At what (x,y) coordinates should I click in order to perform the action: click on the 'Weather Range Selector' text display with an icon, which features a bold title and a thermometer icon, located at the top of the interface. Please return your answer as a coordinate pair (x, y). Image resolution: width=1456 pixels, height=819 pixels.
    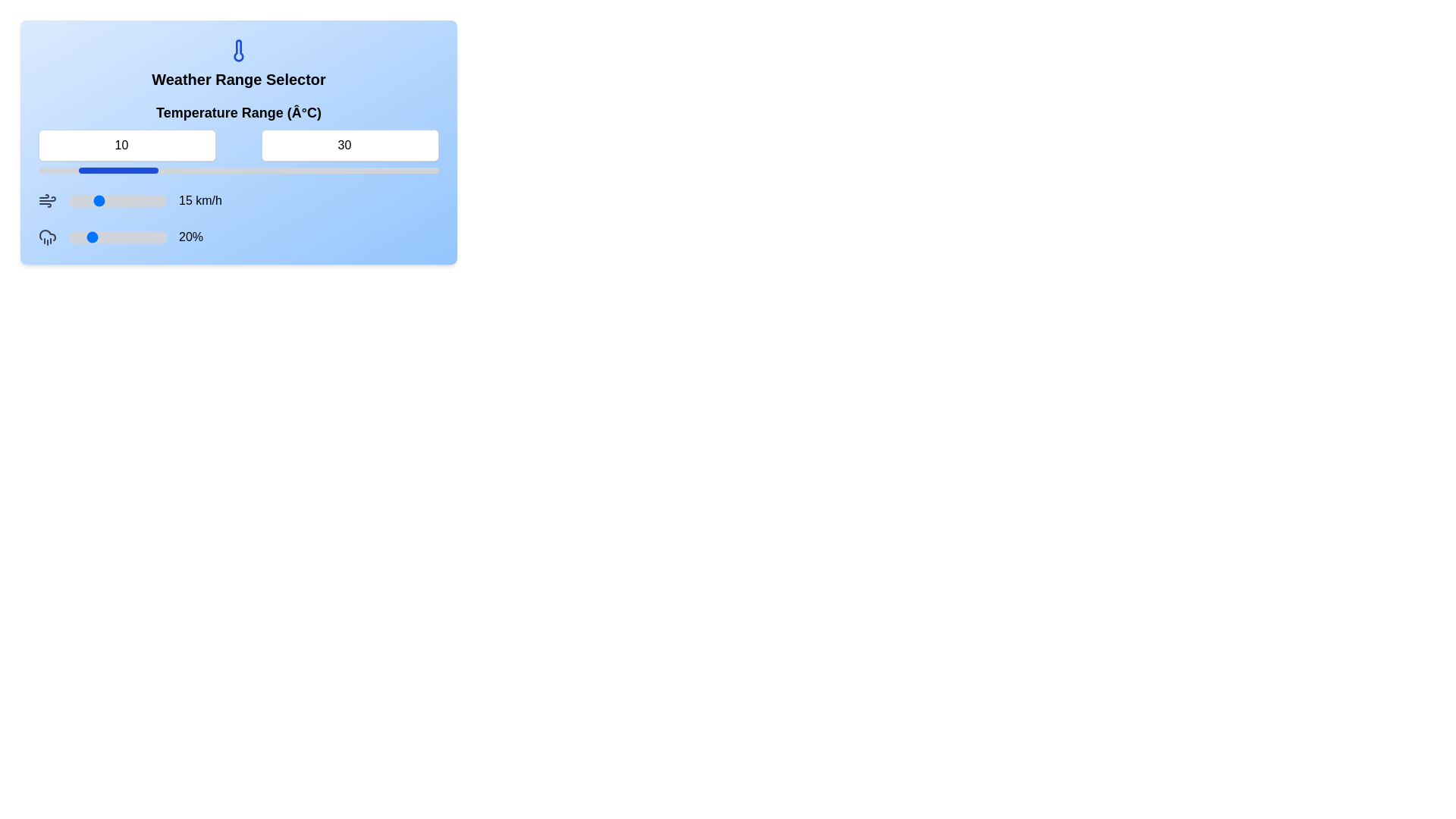
    Looking at the image, I should click on (238, 63).